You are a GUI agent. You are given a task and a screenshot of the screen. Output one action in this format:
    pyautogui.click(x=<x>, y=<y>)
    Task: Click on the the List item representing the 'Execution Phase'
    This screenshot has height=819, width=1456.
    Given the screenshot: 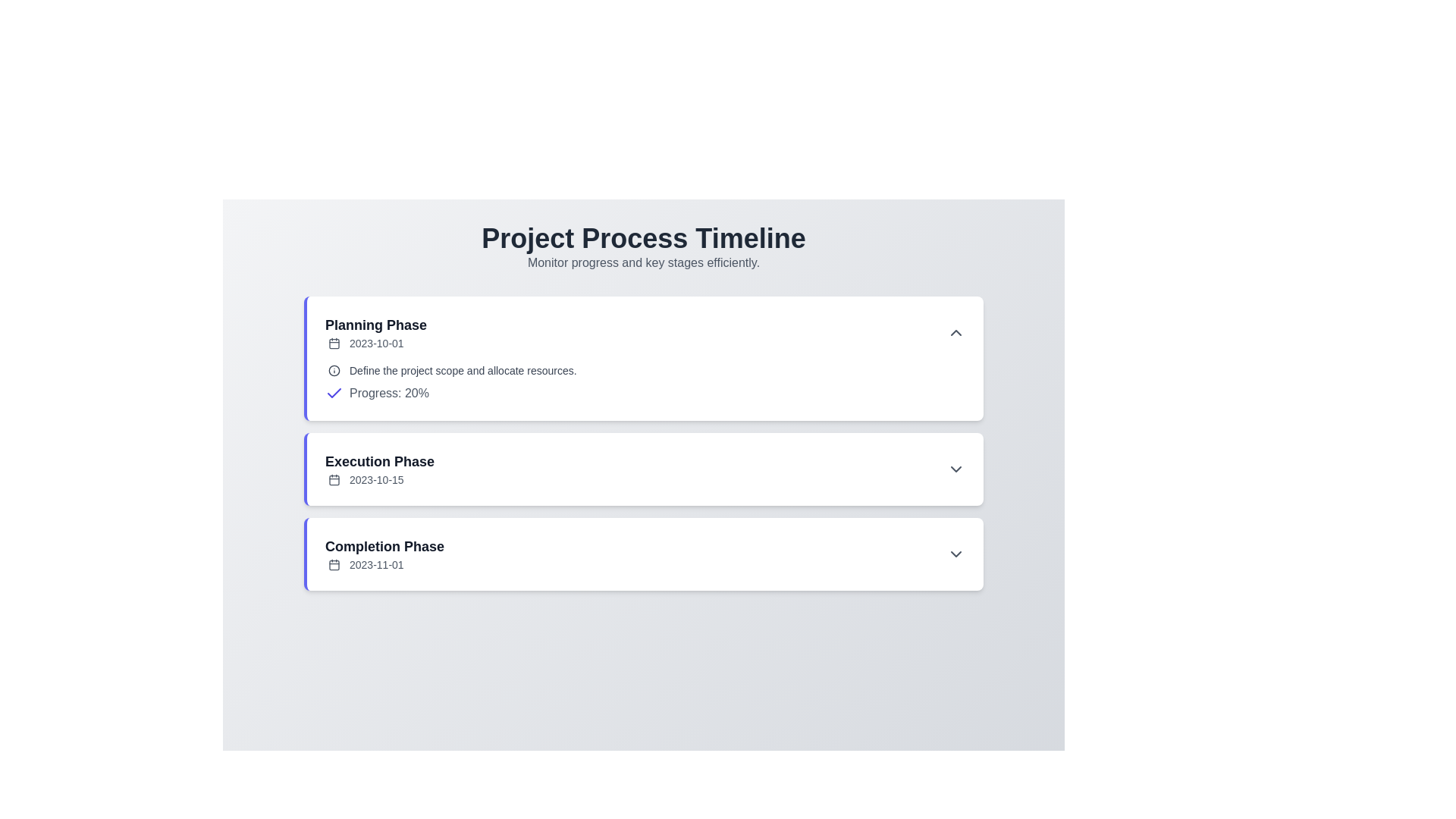 What is the action you would take?
    pyautogui.click(x=645, y=468)
    